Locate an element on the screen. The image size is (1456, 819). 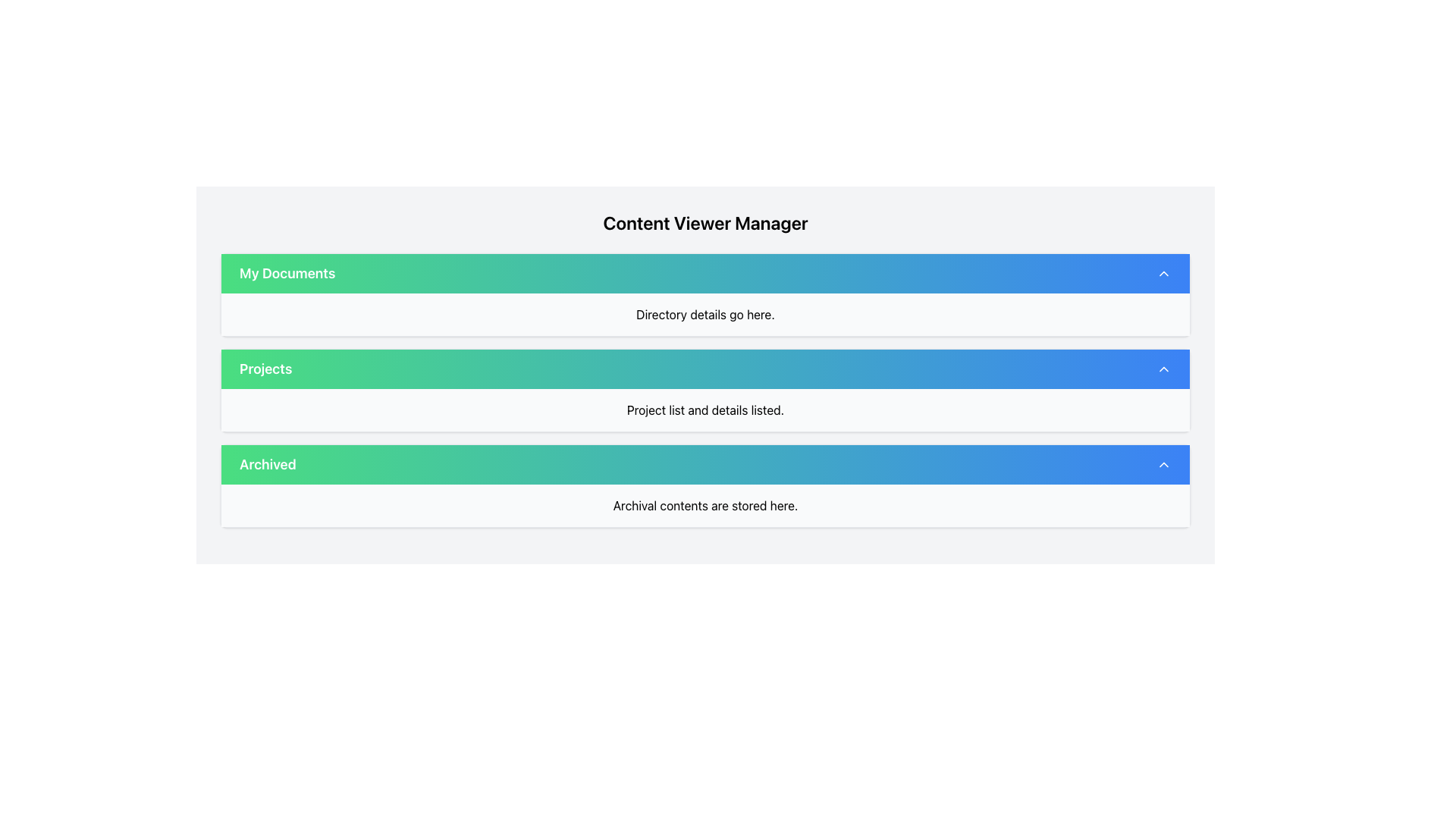
the toggle icon located at the top-right corner of the 'Projects' header is located at coordinates (1163, 369).